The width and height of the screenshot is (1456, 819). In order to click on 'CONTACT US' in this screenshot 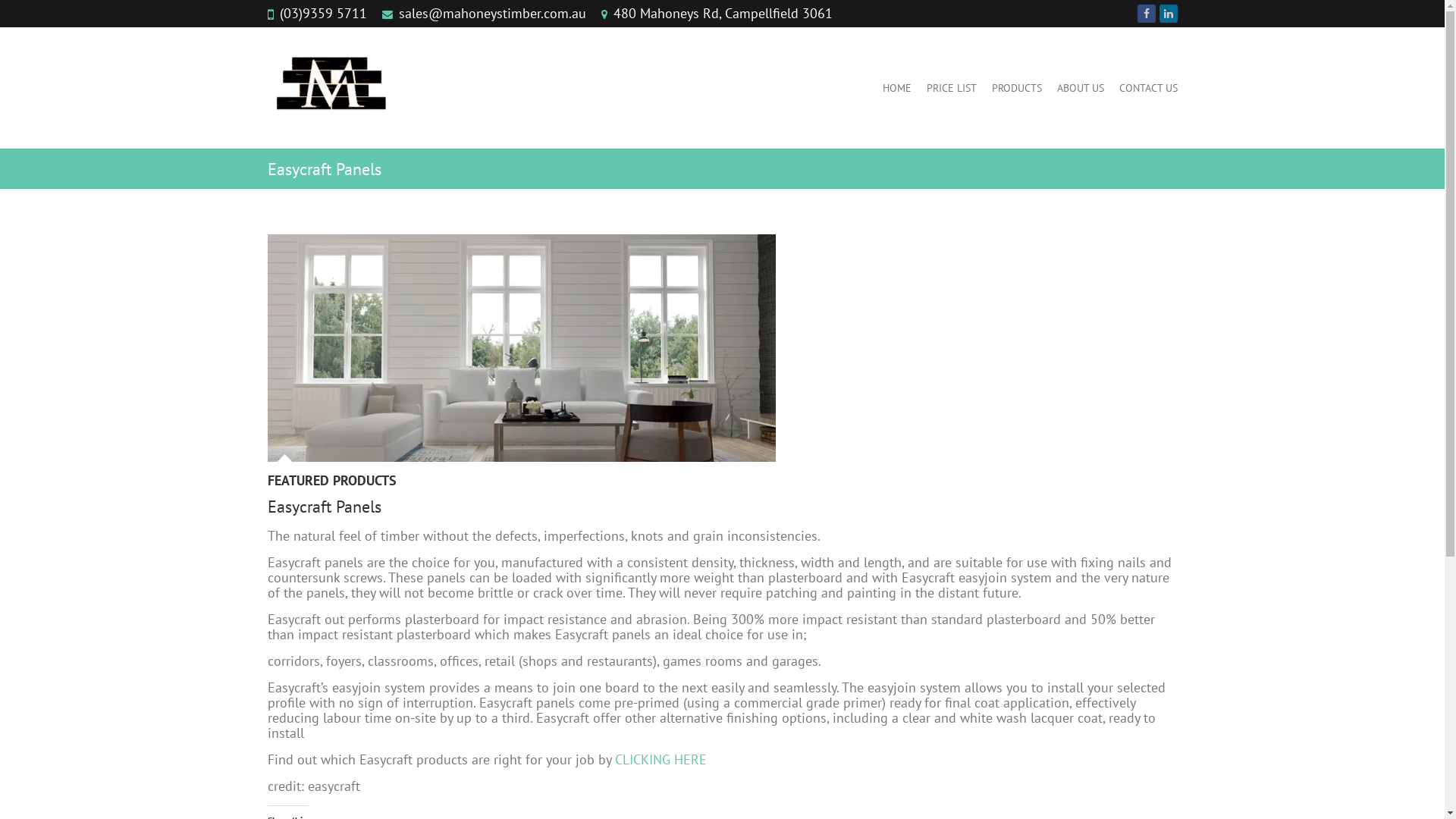, I will do `click(1148, 87)`.